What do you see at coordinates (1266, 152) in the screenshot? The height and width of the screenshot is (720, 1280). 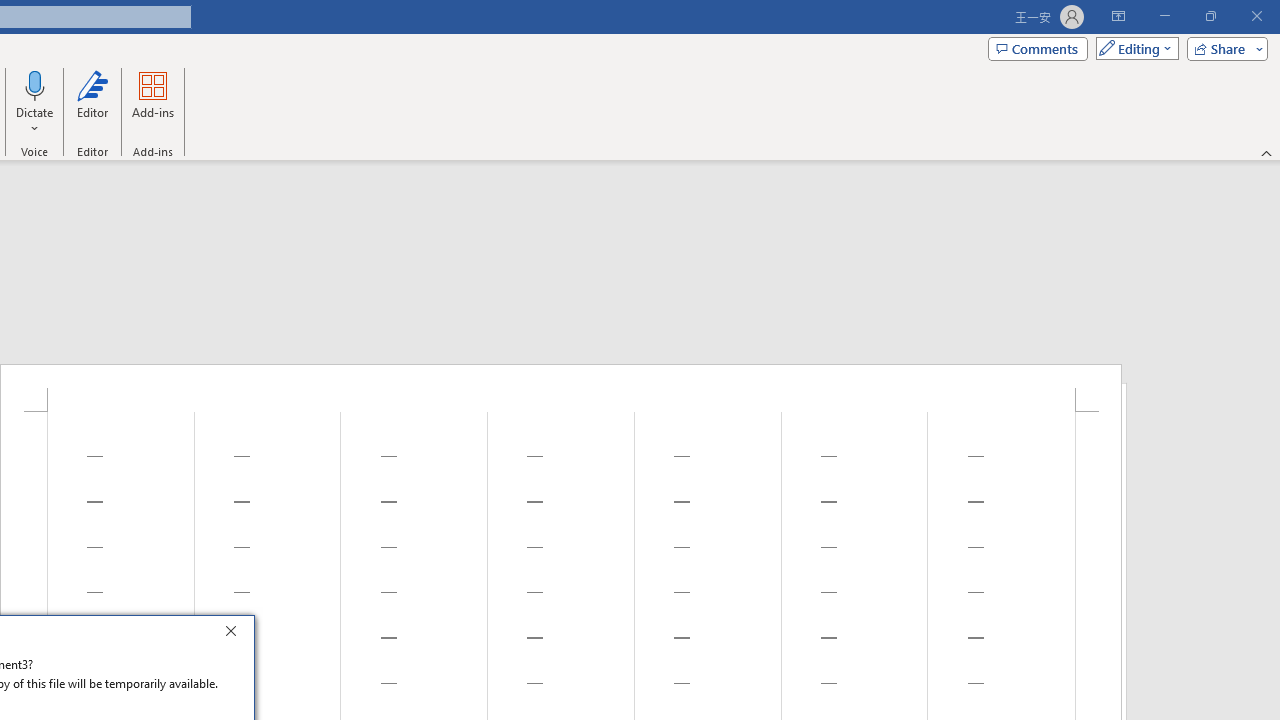 I see `'Collapse the Ribbon'` at bounding box center [1266, 152].